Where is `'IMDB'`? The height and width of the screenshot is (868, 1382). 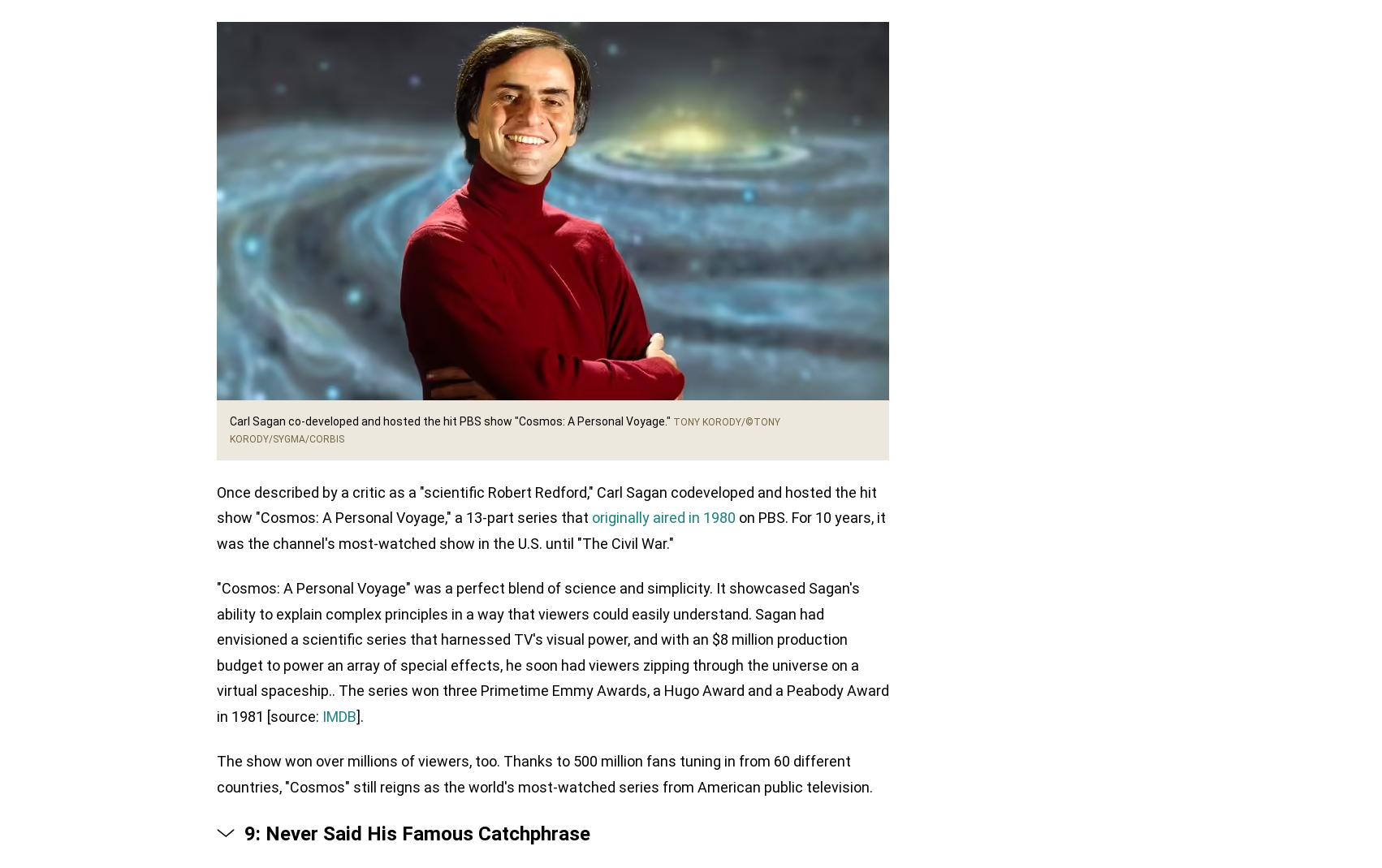
'IMDB' is located at coordinates (322, 715).